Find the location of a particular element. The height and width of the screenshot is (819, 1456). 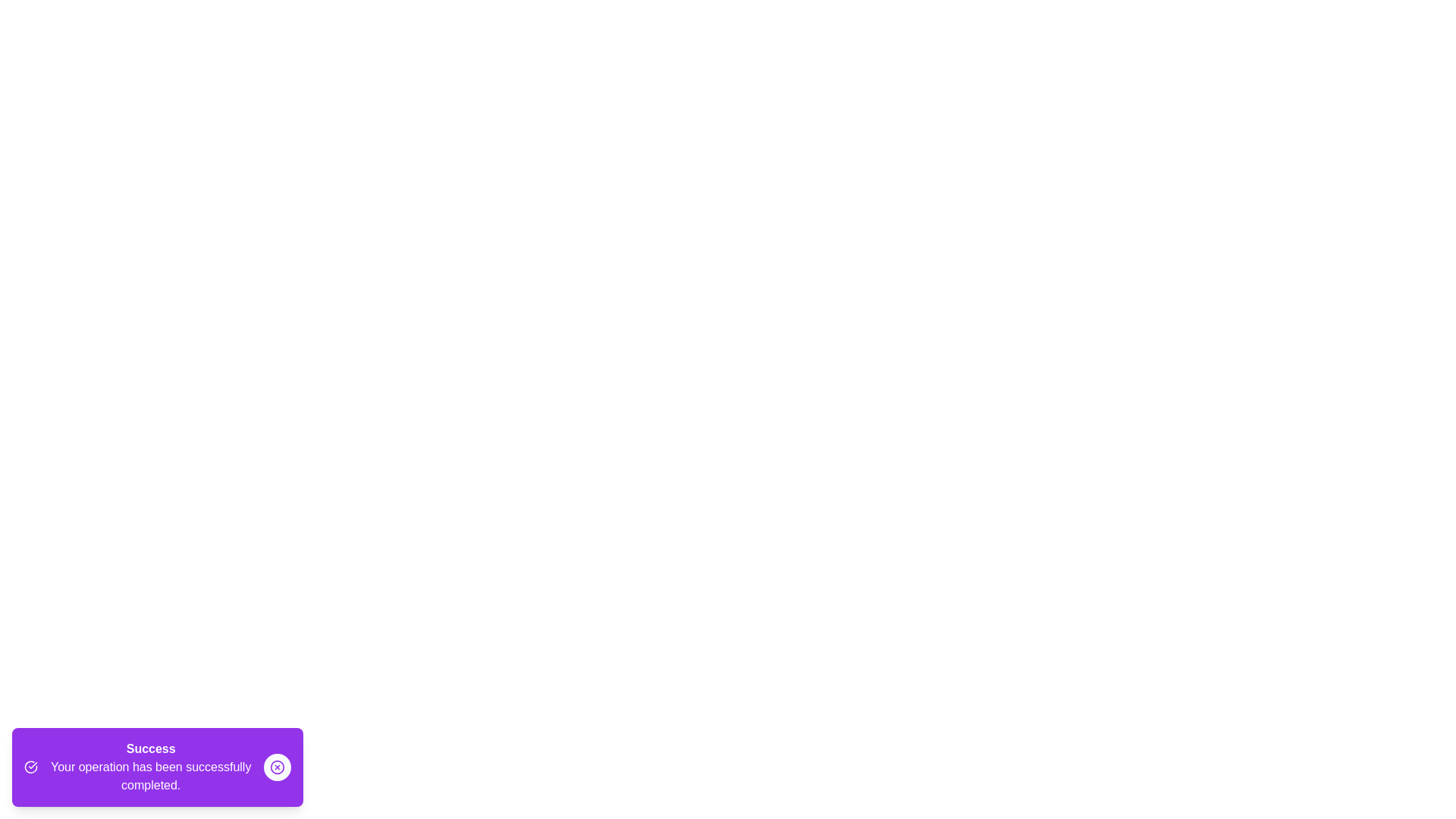

the close button of the snackbar to dismiss it is located at coordinates (277, 767).